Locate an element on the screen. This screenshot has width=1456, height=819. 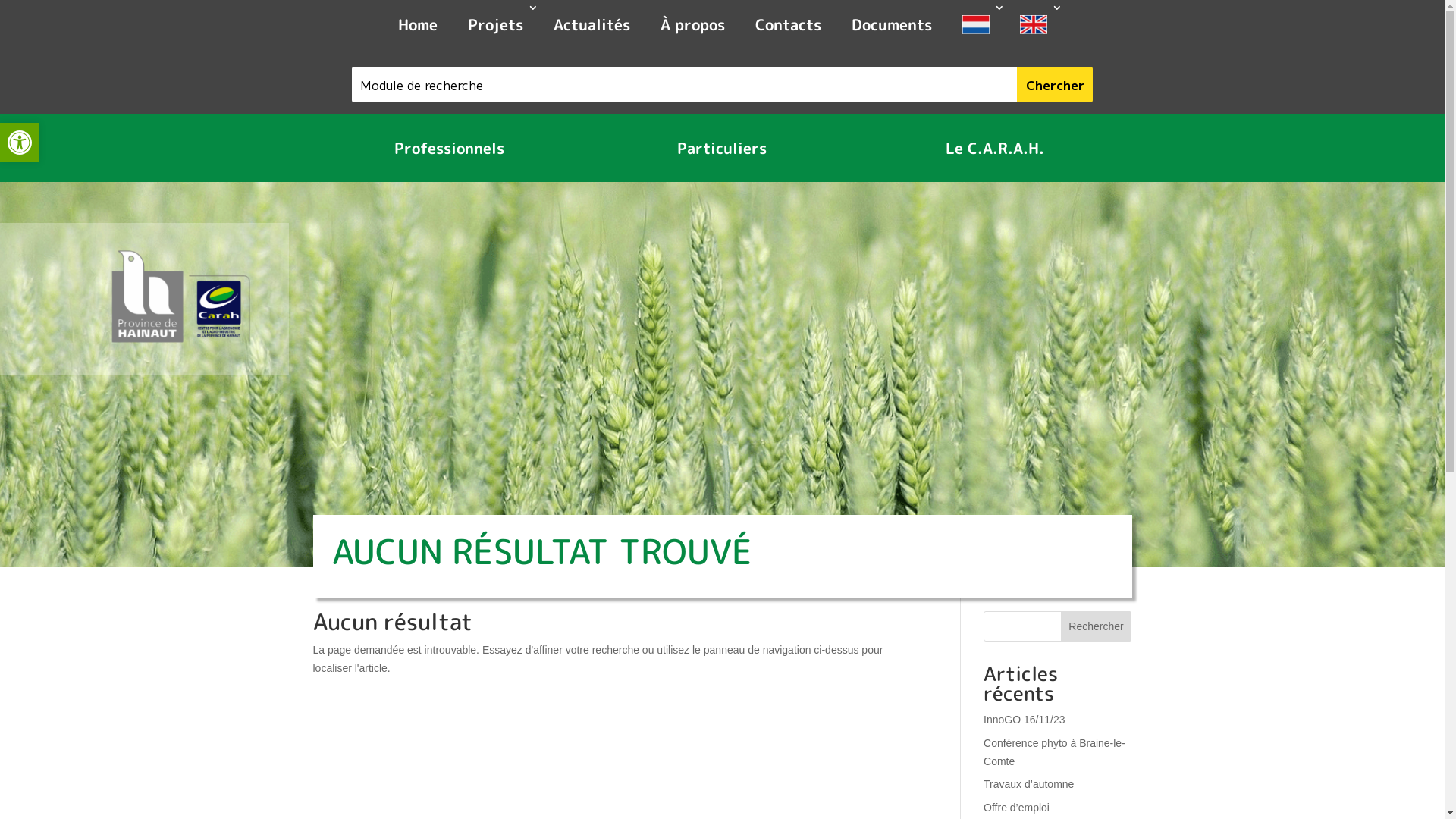
'Contacts' is located at coordinates (788, 26).